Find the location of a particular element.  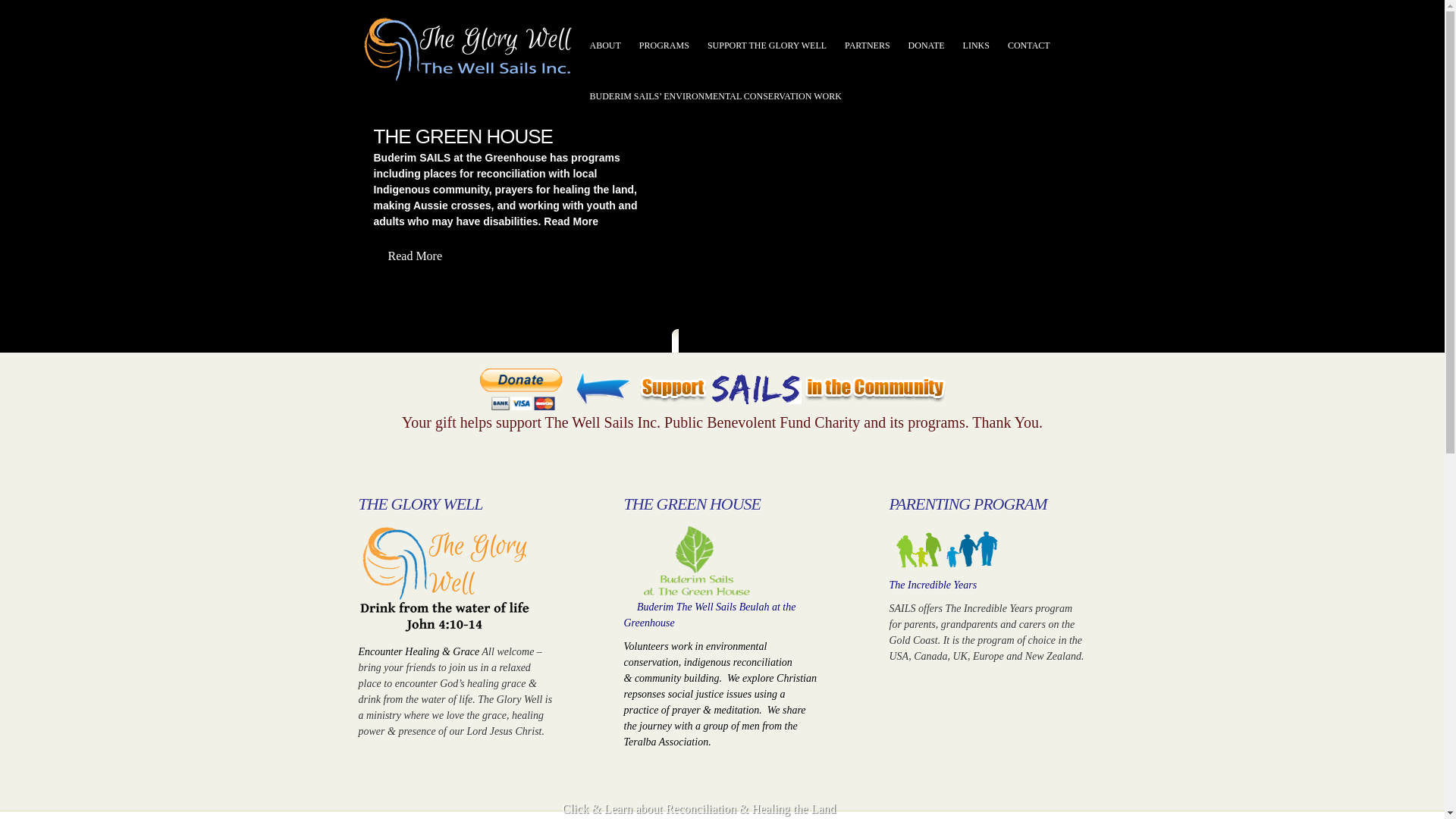

'DONATE' is located at coordinates (926, 45).